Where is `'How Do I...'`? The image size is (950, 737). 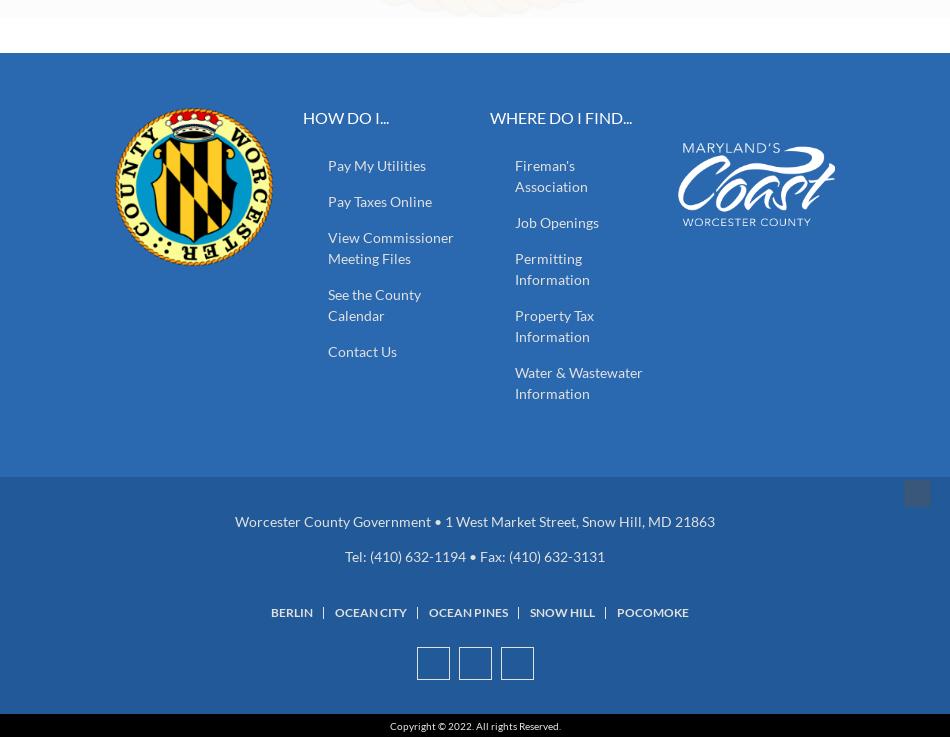 'How Do I...' is located at coordinates (301, 116).